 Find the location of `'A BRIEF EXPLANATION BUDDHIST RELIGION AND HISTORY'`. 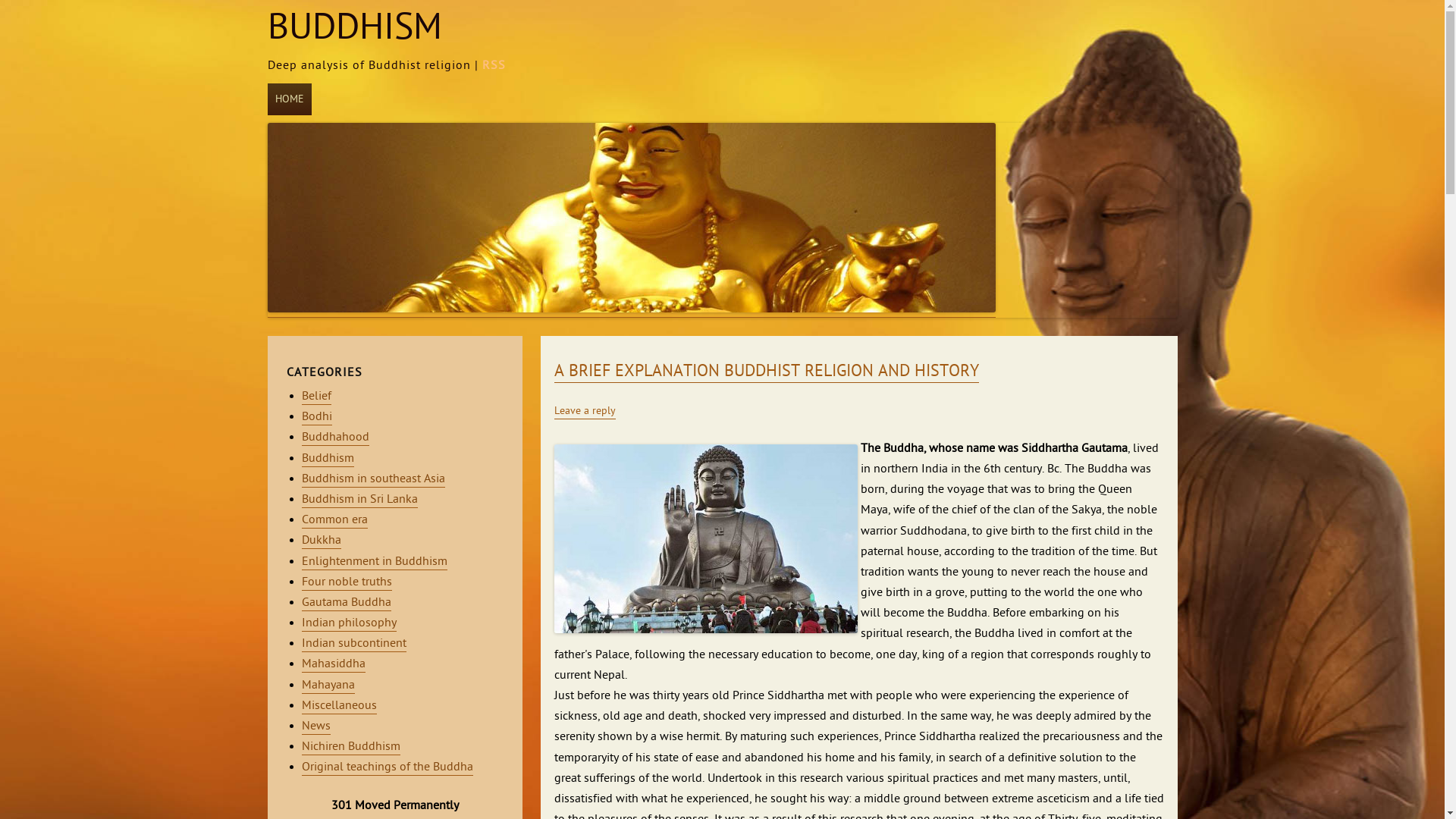

'A BRIEF EXPLANATION BUDDHIST RELIGION AND HISTORY' is located at coordinates (765, 372).